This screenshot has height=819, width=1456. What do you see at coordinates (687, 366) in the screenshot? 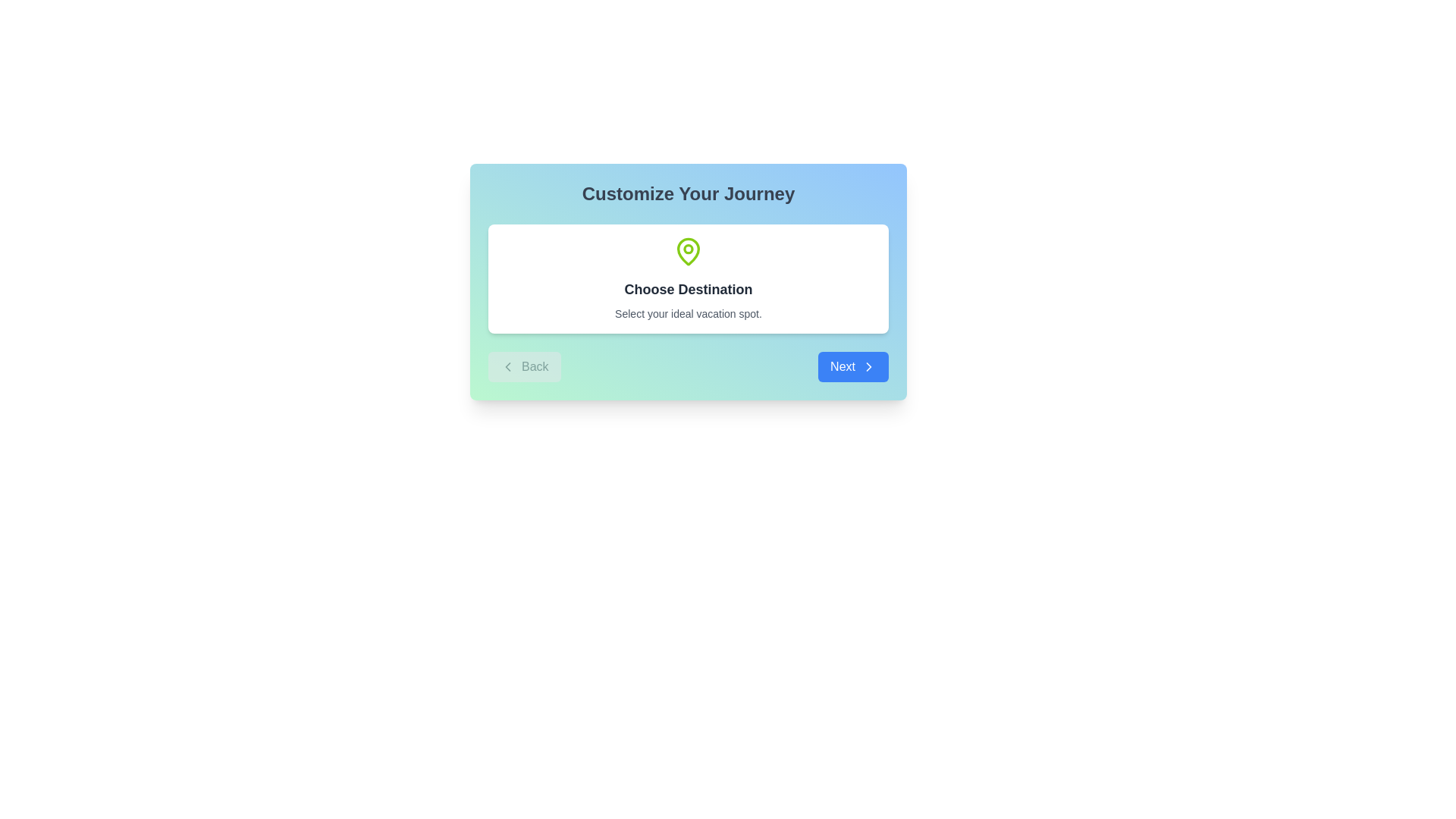
I see `the navigation bar located at the bottom section of the card element` at bounding box center [687, 366].